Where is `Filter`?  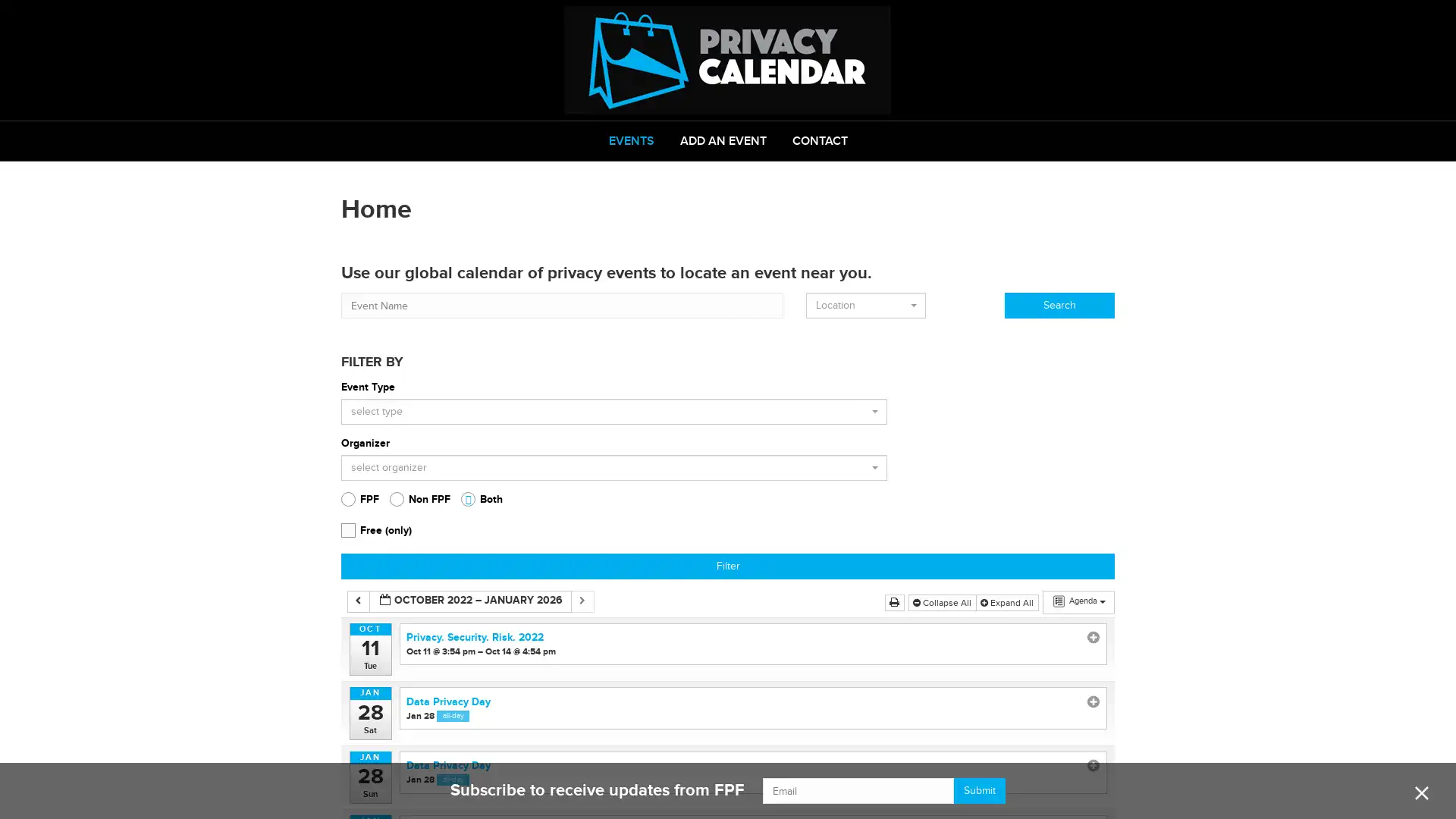
Filter is located at coordinates (728, 566).